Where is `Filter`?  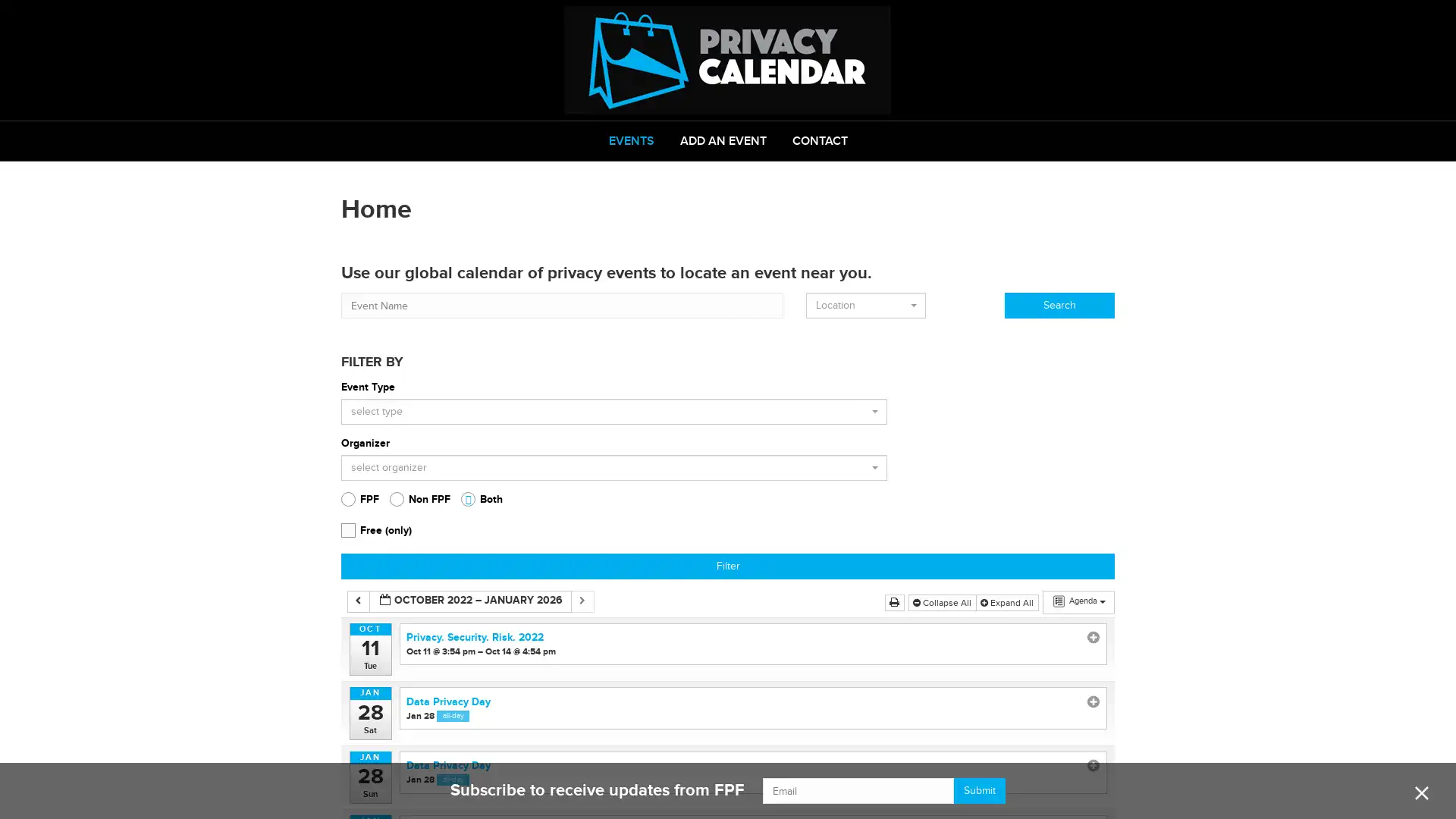
Filter is located at coordinates (728, 566).